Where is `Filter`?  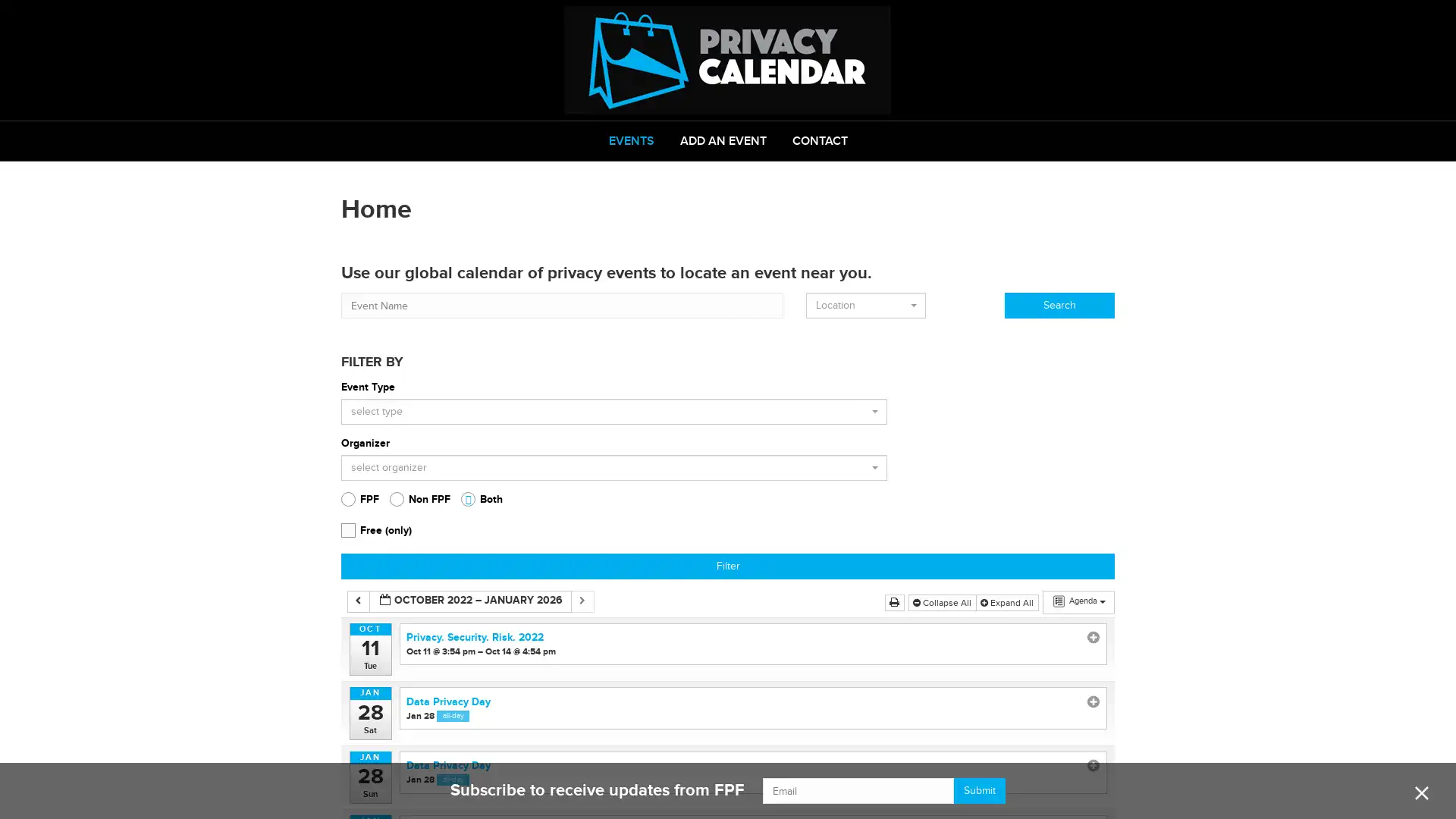
Filter is located at coordinates (728, 566).